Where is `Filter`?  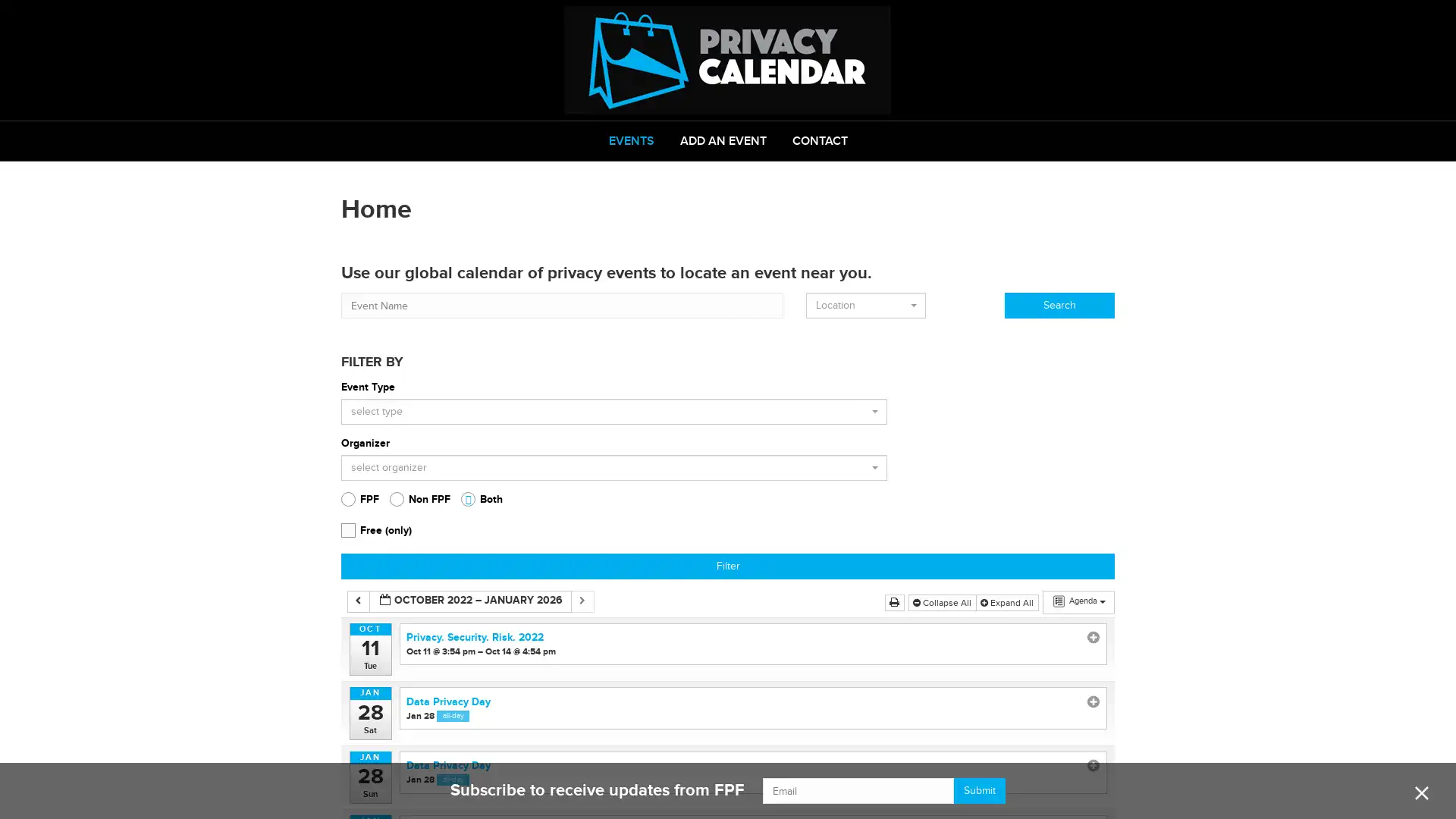
Filter is located at coordinates (728, 566).